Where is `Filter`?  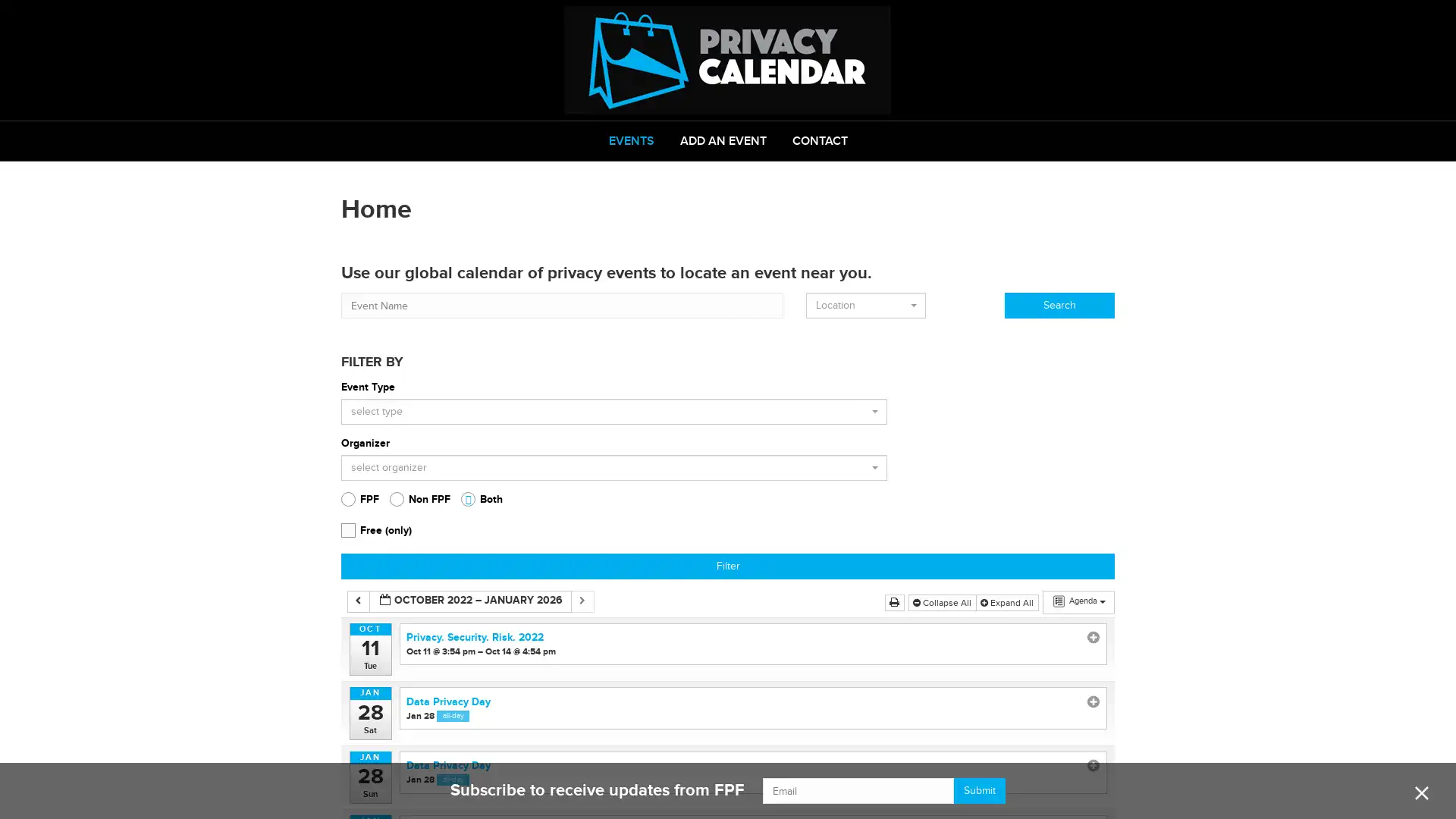
Filter is located at coordinates (728, 566).